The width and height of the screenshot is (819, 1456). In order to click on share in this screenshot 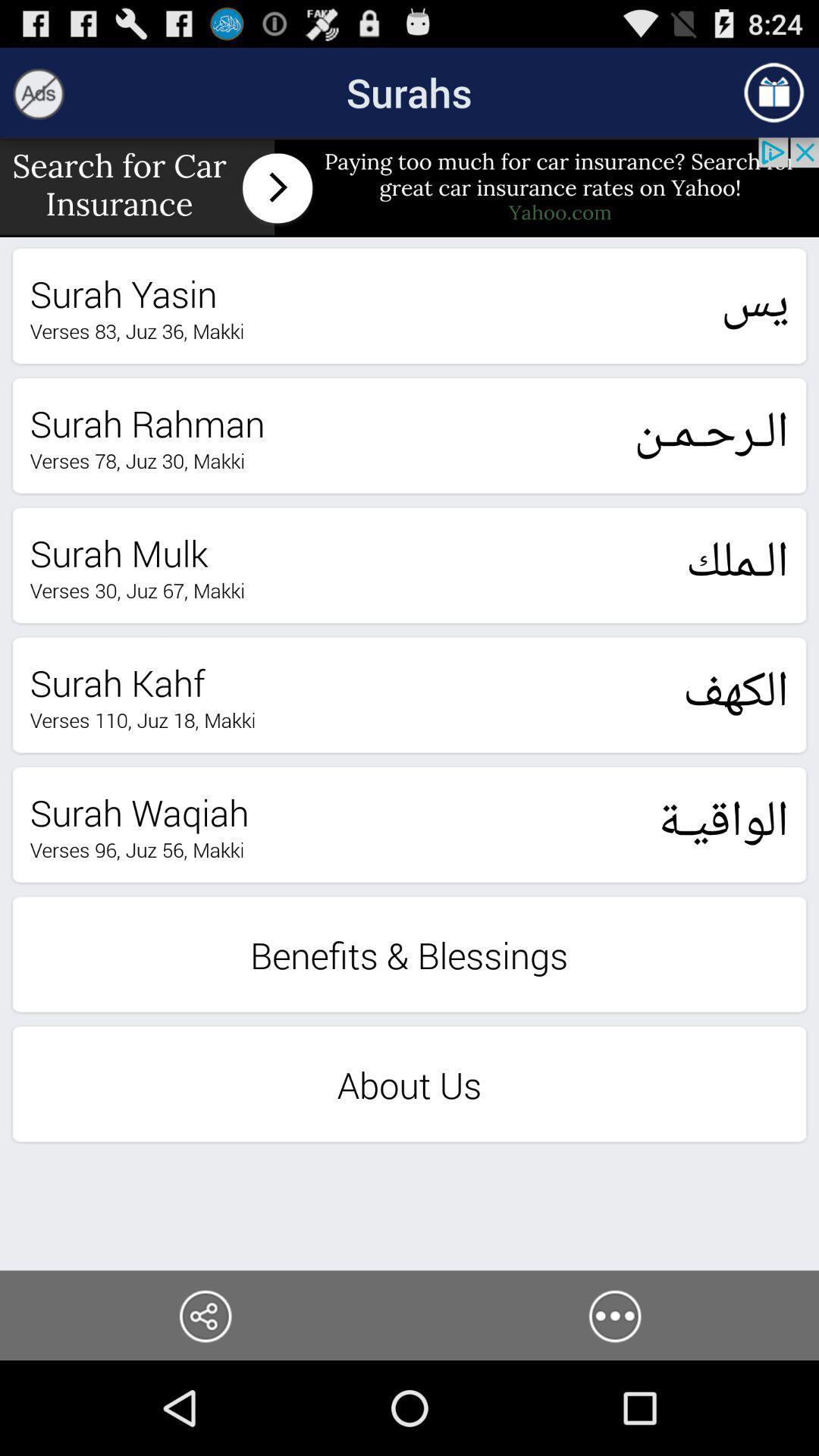, I will do `click(205, 1314)`.